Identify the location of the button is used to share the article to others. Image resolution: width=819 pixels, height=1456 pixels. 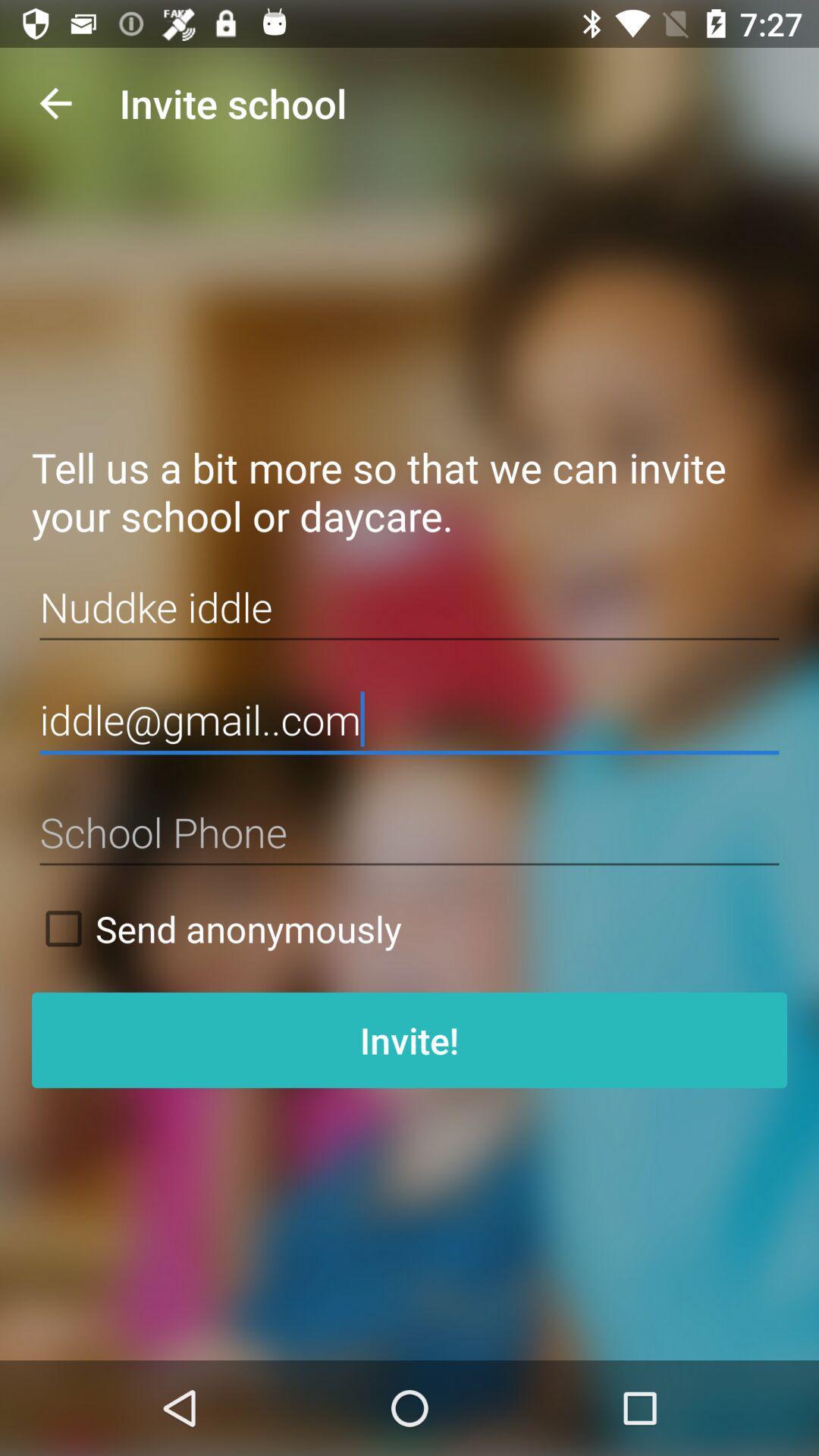
(409, 832).